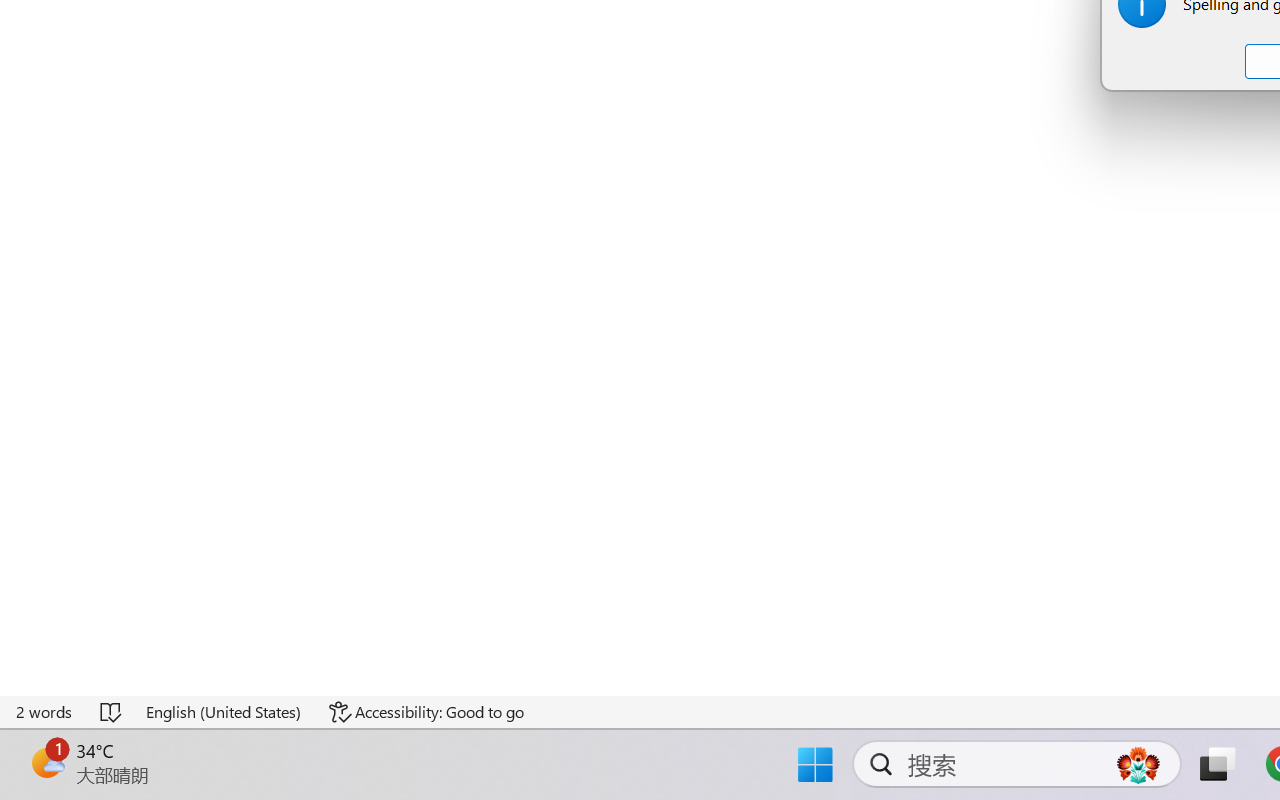 The image size is (1280, 800). What do you see at coordinates (46, 762) in the screenshot?
I see `'AutomationID: BadgeAnchorLargeTicker'` at bounding box center [46, 762].